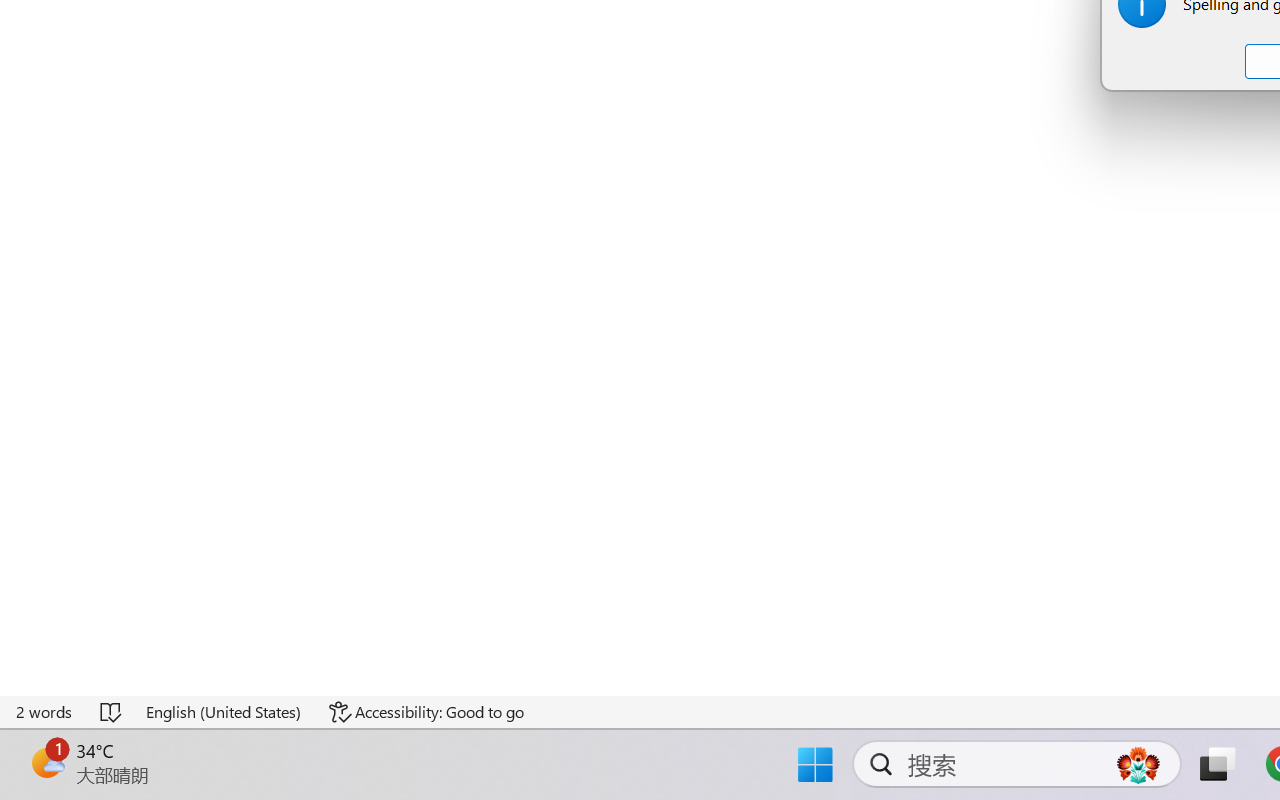 The image size is (1280, 800). What do you see at coordinates (46, 762) in the screenshot?
I see `'AutomationID: BadgeAnchorLargeTicker'` at bounding box center [46, 762].